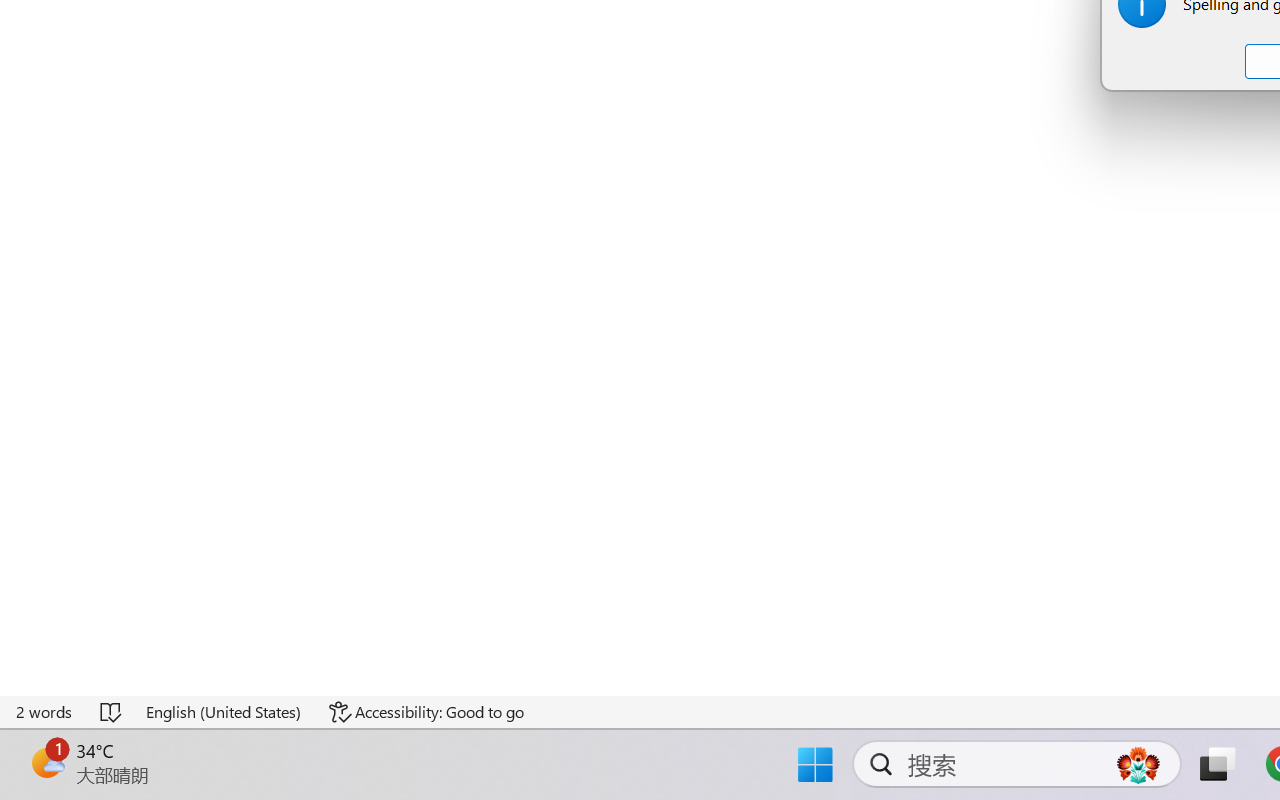 The image size is (1280, 800). What do you see at coordinates (46, 762) in the screenshot?
I see `'AutomationID: BadgeAnchorLargeTicker'` at bounding box center [46, 762].